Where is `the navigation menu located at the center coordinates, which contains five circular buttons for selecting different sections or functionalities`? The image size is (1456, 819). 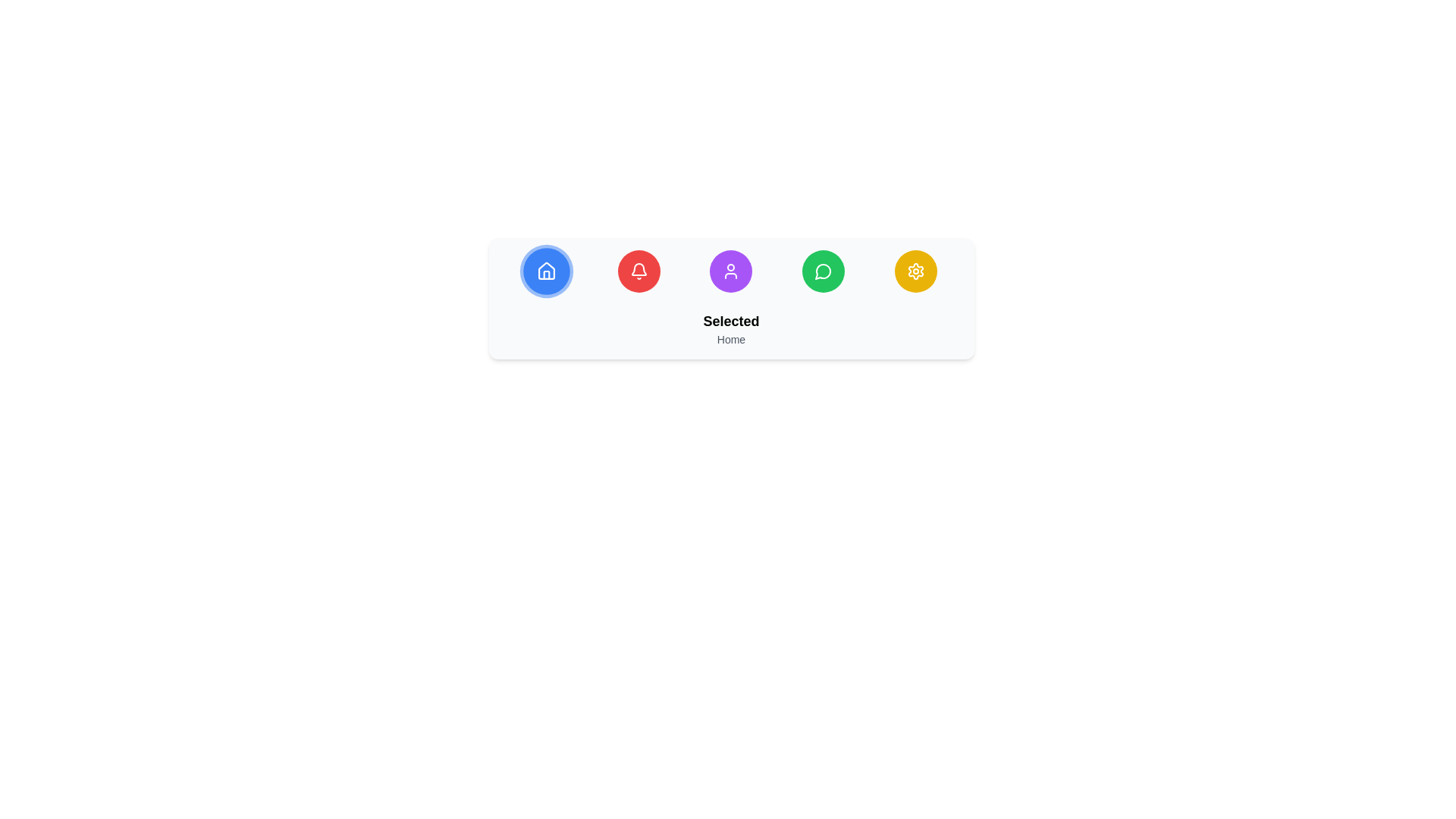 the navigation menu located at the center coordinates, which contains five circular buttons for selecting different sections or functionalities is located at coordinates (731, 298).